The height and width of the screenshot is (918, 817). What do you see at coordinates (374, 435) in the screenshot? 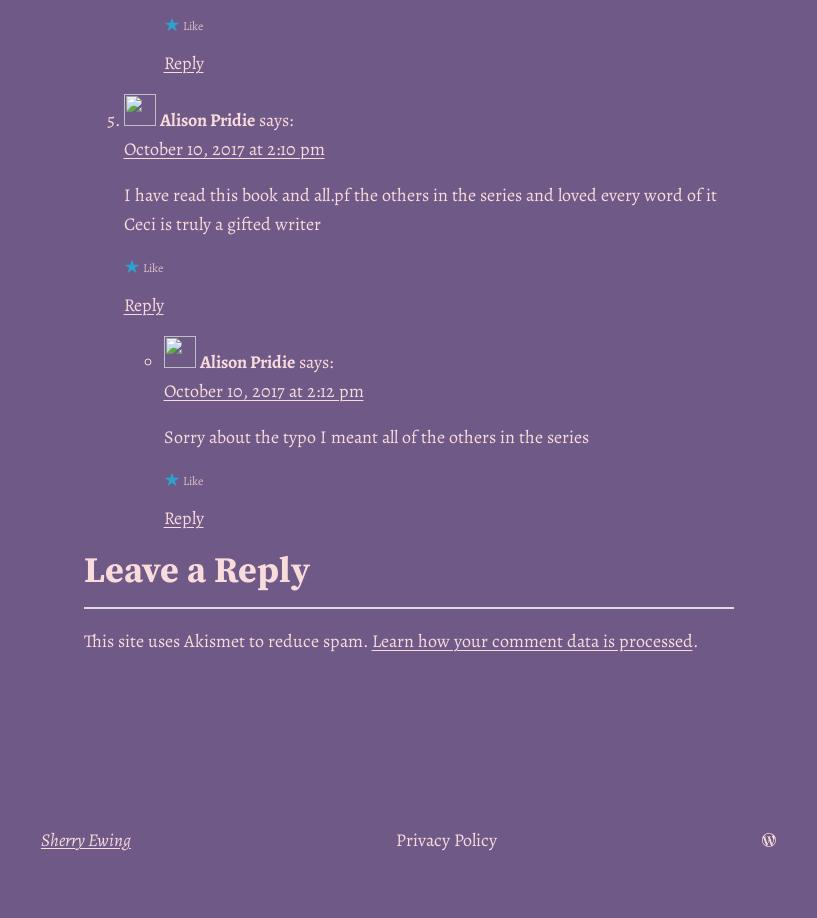
I see `'Sorry about the typo I meant all of the others in the series'` at bounding box center [374, 435].